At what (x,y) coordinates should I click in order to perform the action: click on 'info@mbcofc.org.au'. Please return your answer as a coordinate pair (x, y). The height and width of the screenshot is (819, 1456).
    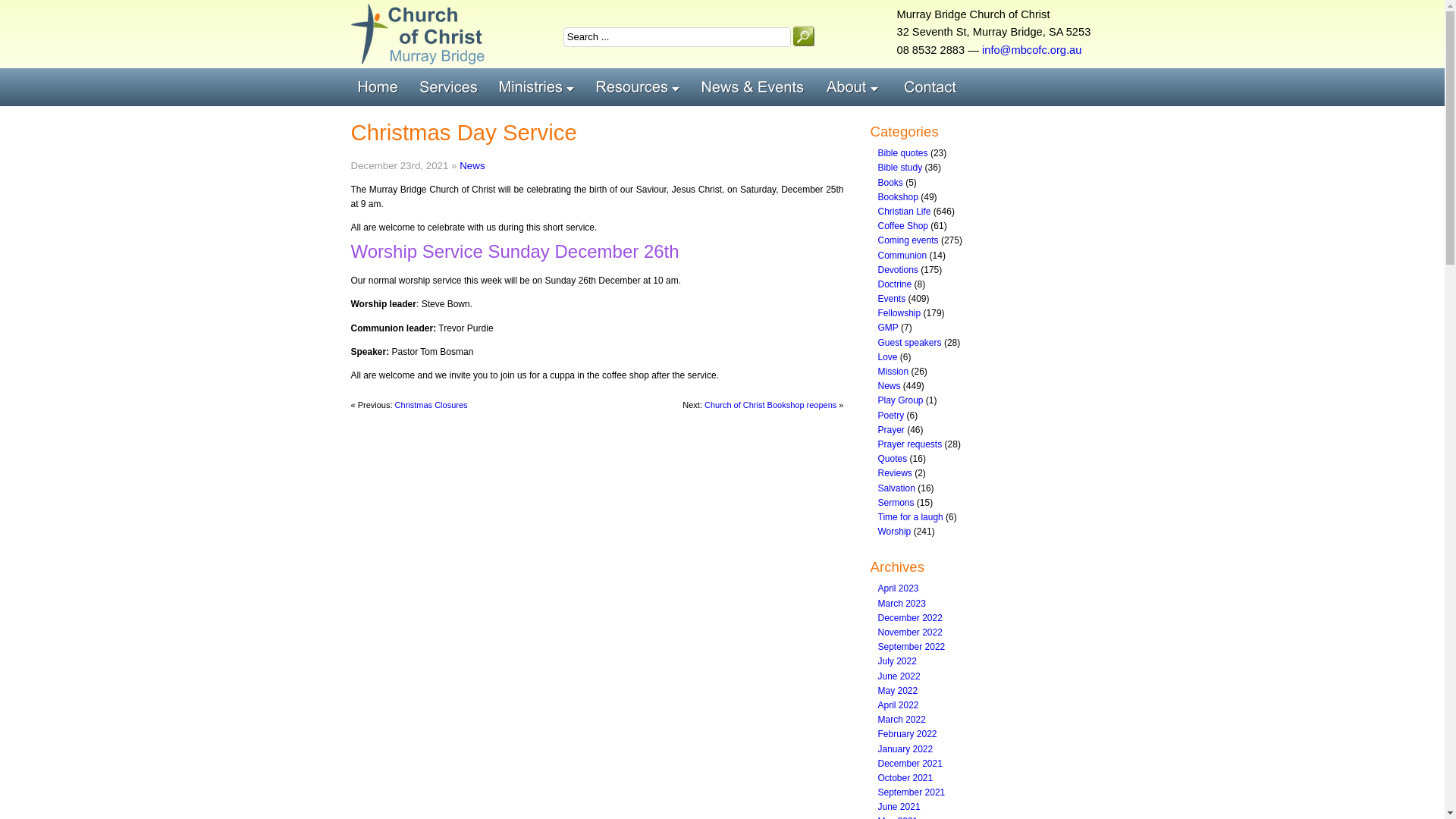
    Looking at the image, I should click on (1031, 49).